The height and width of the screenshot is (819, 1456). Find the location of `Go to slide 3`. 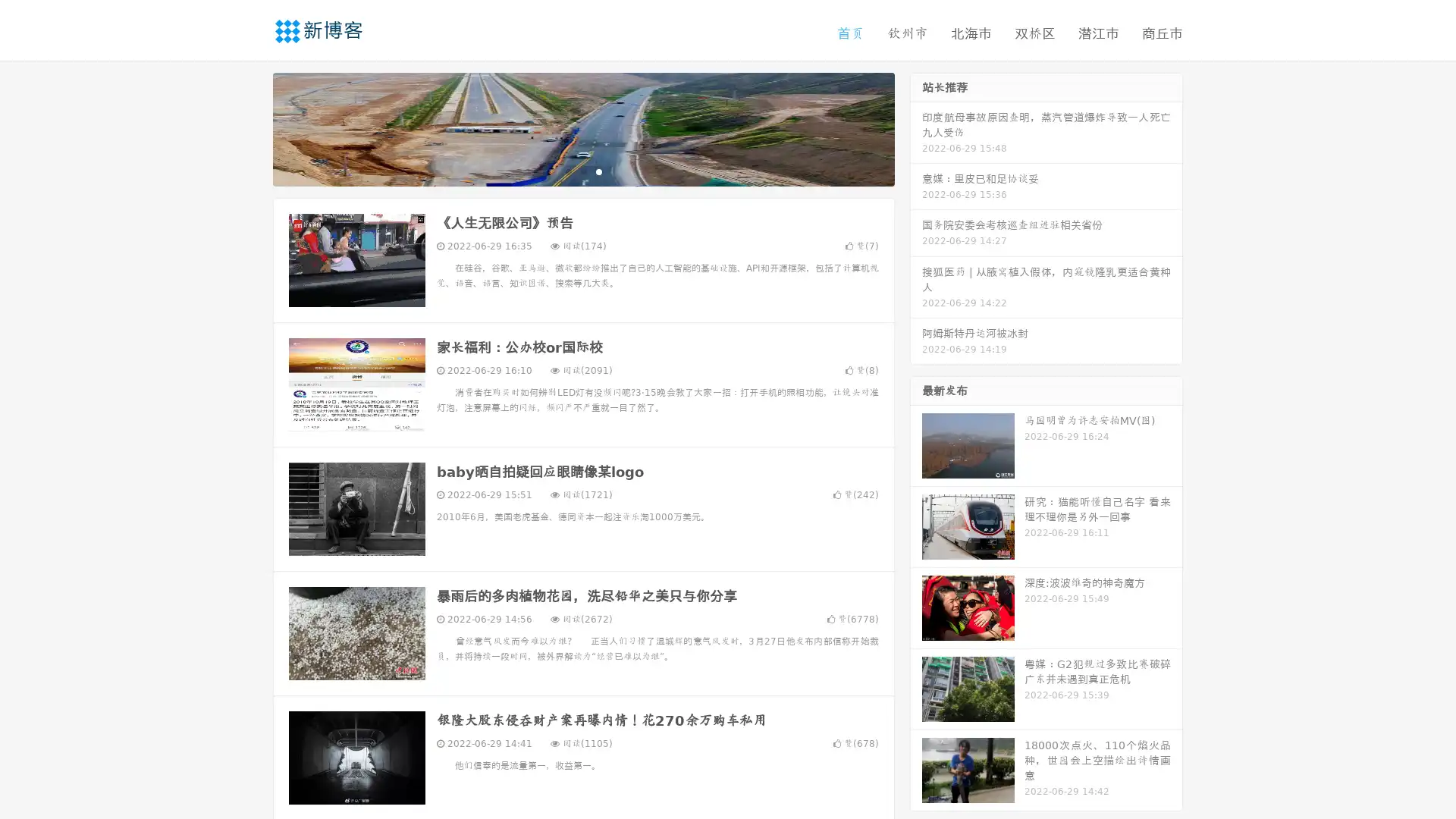

Go to slide 3 is located at coordinates (598, 171).